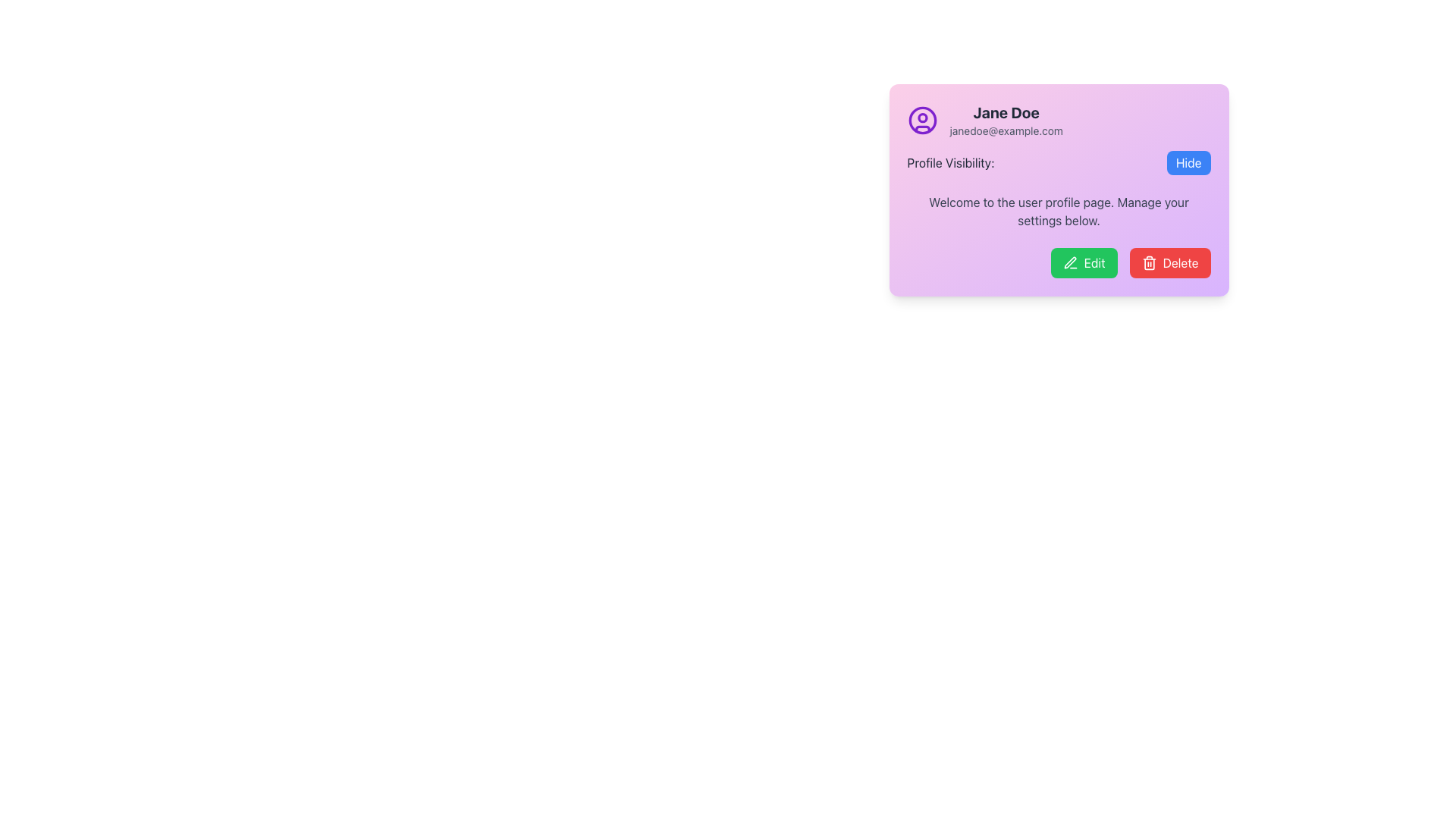  Describe the element at coordinates (1058, 211) in the screenshot. I see `the text label displaying 'Welcome to the user profile page. Manage your settings below.' which is styled in a muted dark gray color on a light purple background` at that location.